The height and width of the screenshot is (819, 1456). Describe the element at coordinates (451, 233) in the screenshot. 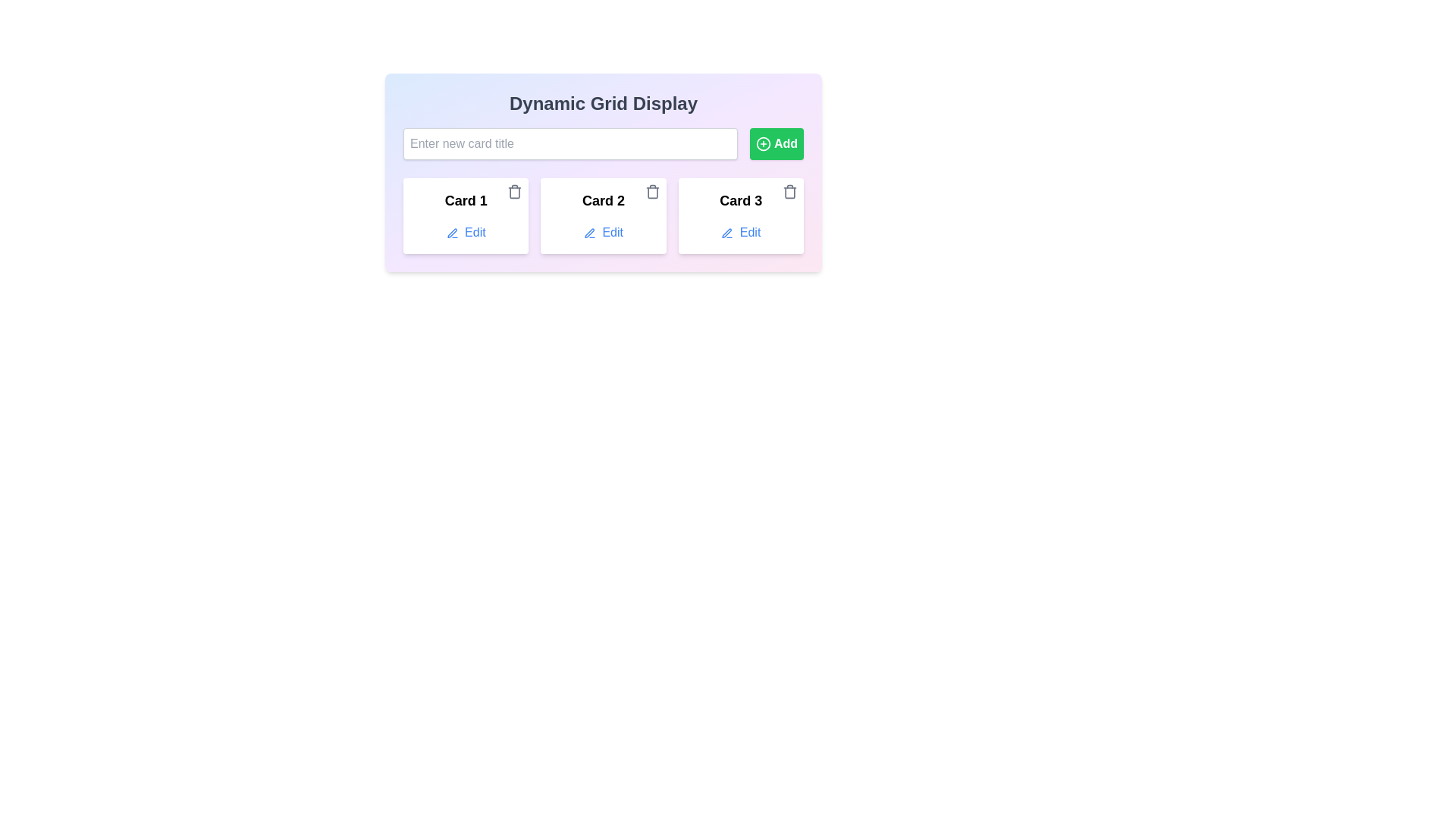

I see `the stylized pen icon next to the 'Edit' label located in the bottom section of 'Card 1' to initiate the edit functionality` at that location.